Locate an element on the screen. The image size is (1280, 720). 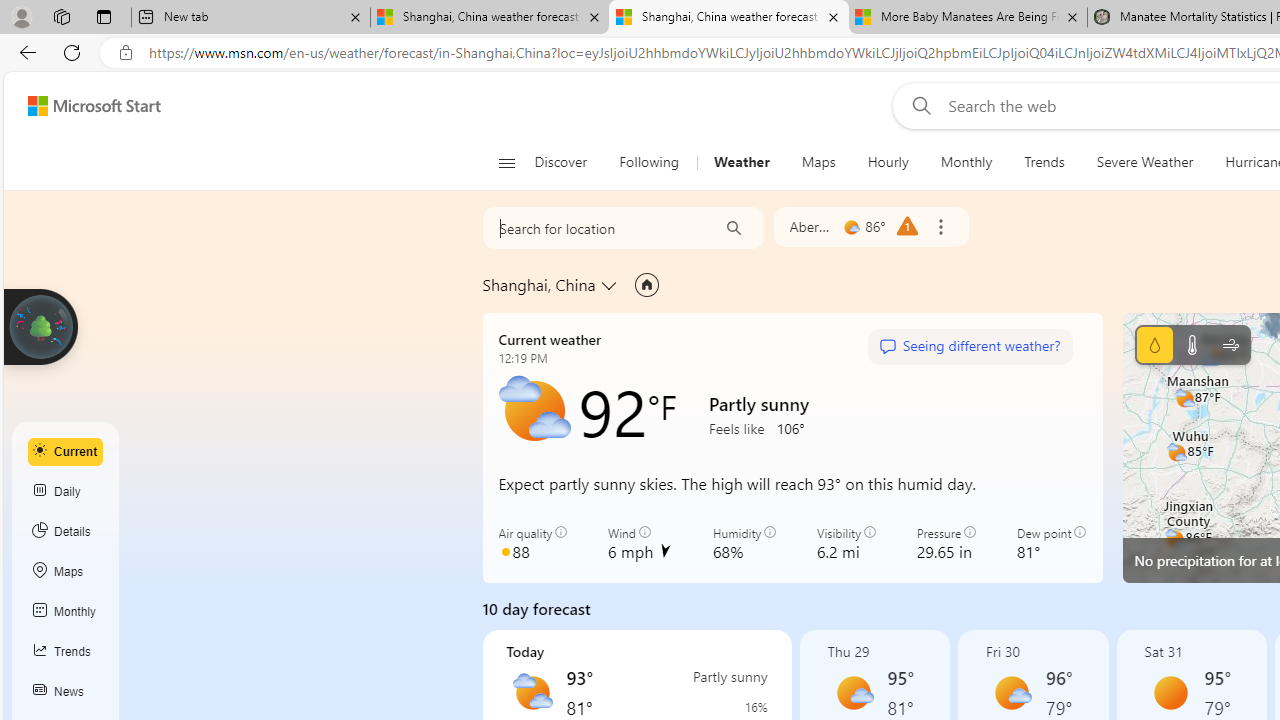
'Partly sunny' is located at coordinates (532, 692).